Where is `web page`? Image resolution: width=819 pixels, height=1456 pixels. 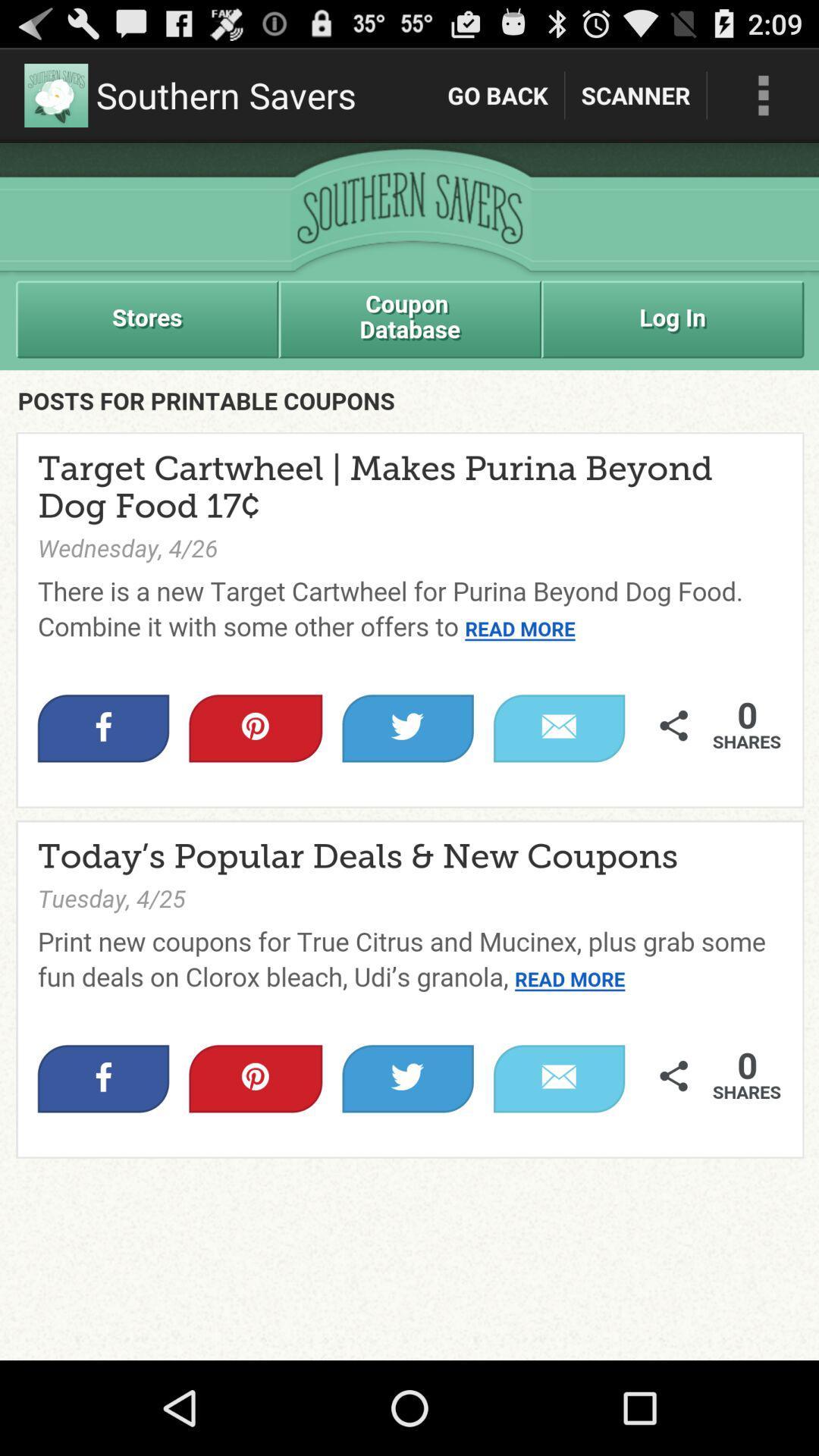
web page is located at coordinates (409, 752).